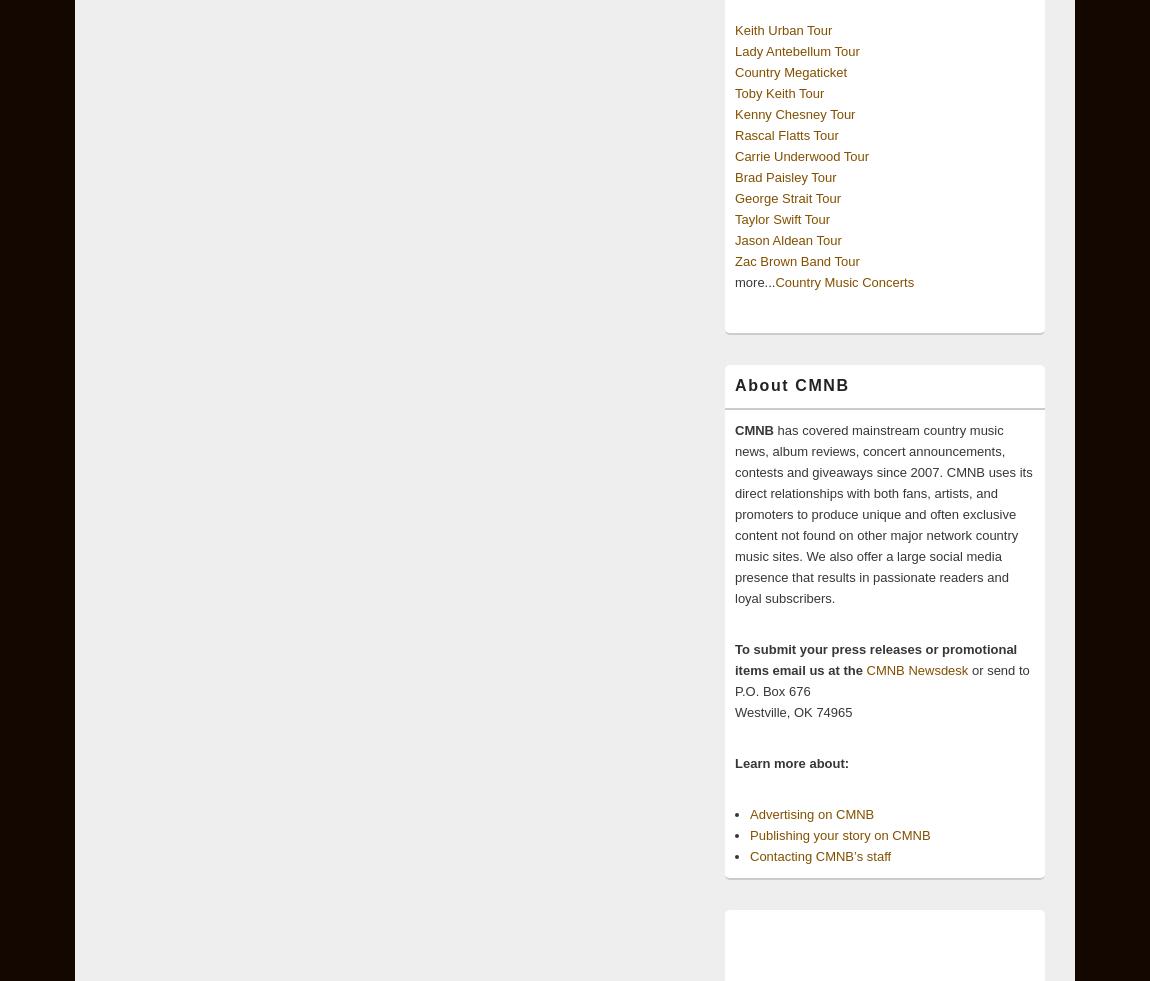 Image resolution: width=1150 pixels, height=981 pixels. Describe the element at coordinates (875, 660) in the screenshot. I see `'To submit your press releases or promotional items email us at the'` at that location.